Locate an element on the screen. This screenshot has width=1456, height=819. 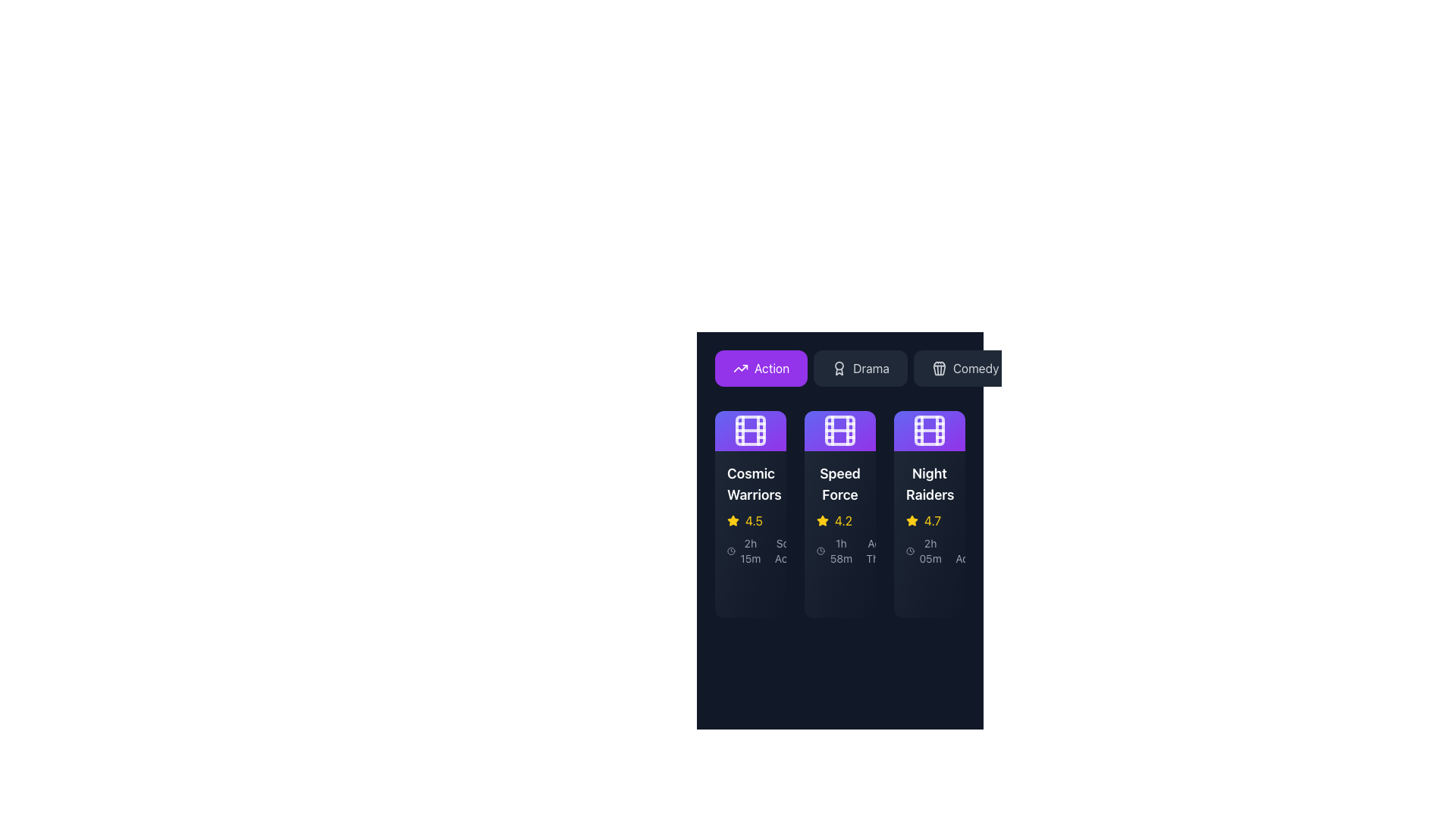
the icons within the 'Speed Force' Information Card, which features a film reel icon and is the second card in the grid layout under the 'Action', 'Drama', and 'Comedy' tabs is located at coordinates (839, 483).